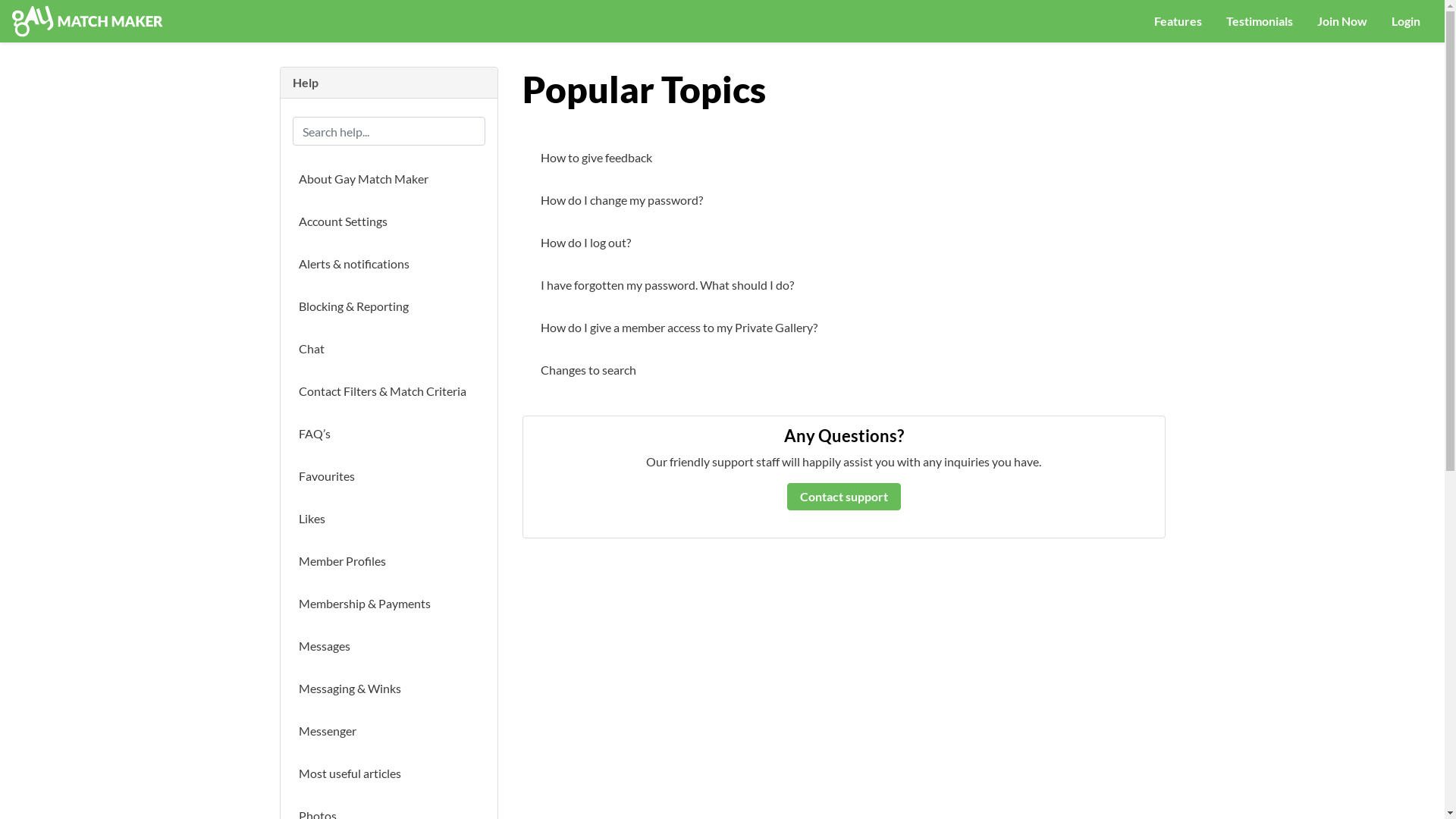  What do you see at coordinates (389, 730) in the screenshot?
I see `'Messenger'` at bounding box center [389, 730].